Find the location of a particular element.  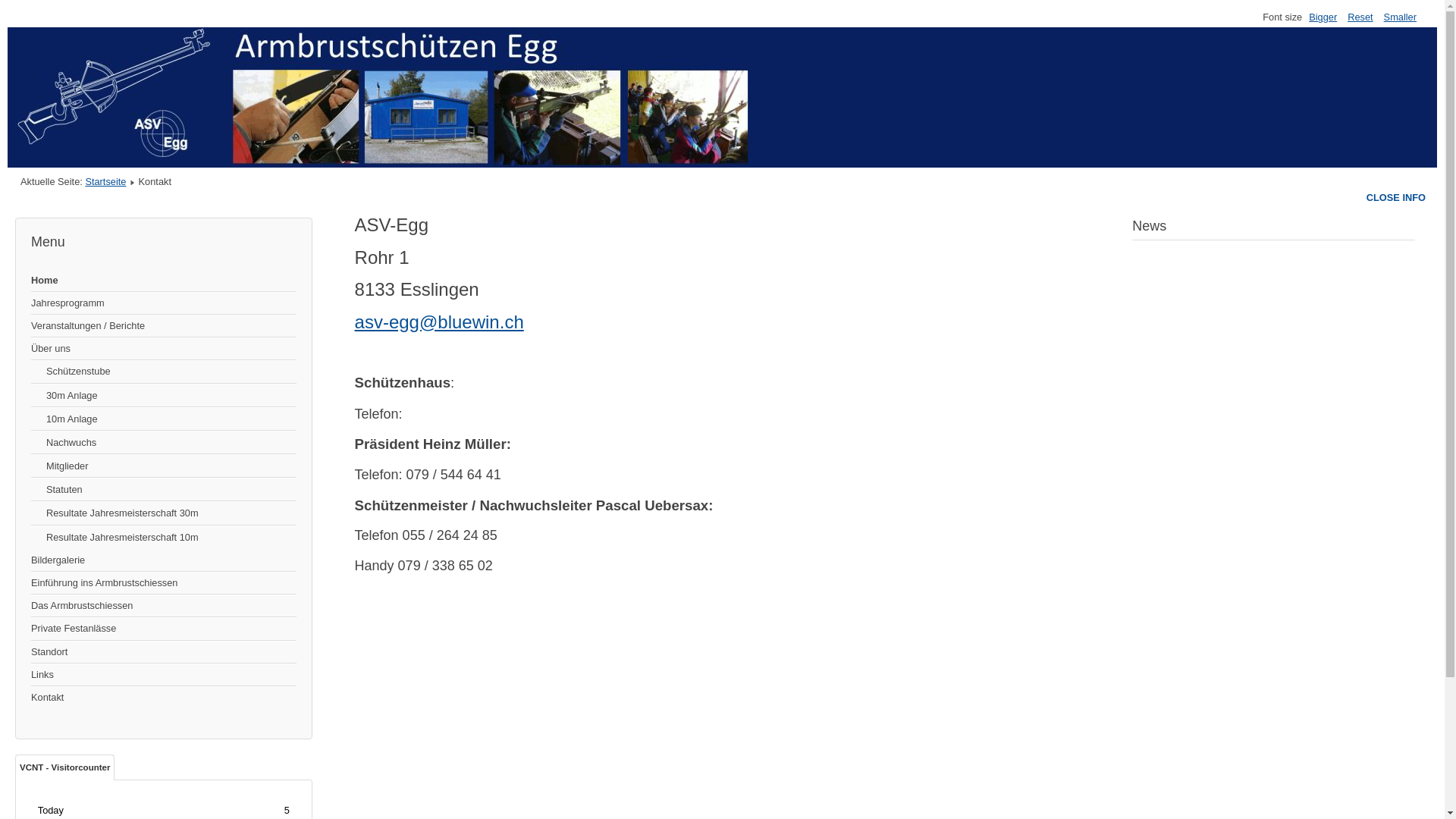

'Jahresprogramm' is located at coordinates (164, 303).